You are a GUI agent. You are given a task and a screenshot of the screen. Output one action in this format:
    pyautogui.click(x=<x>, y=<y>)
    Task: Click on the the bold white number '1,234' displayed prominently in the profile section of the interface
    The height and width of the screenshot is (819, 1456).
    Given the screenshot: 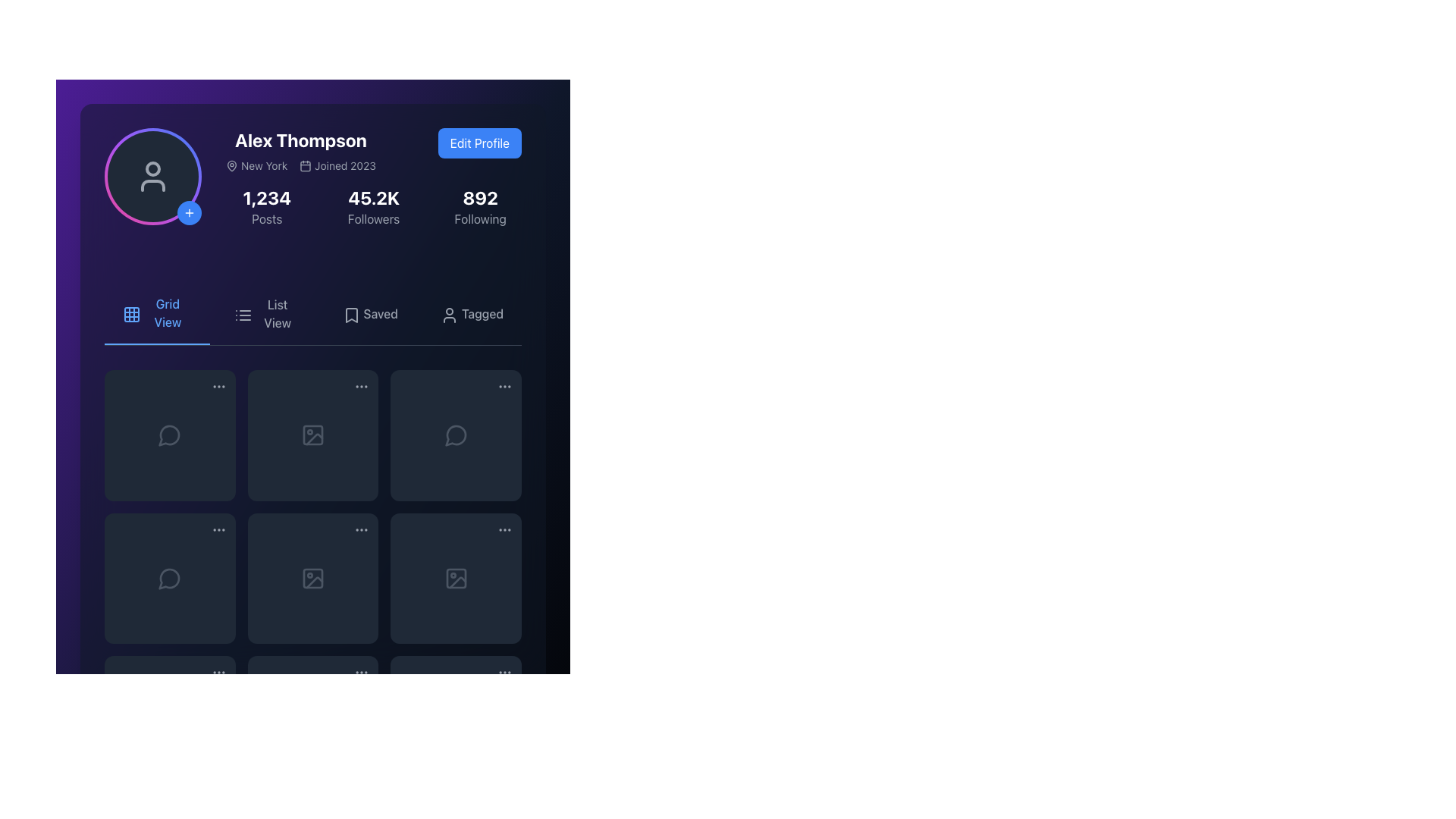 What is the action you would take?
    pyautogui.click(x=267, y=197)
    